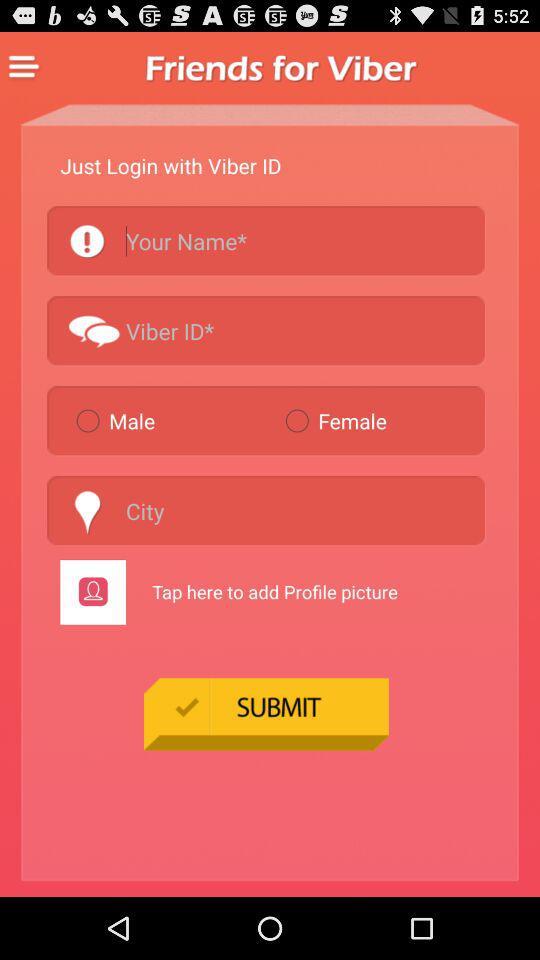 The height and width of the screenshot is (960, 540). I want to click on menu, so click(23, 67).